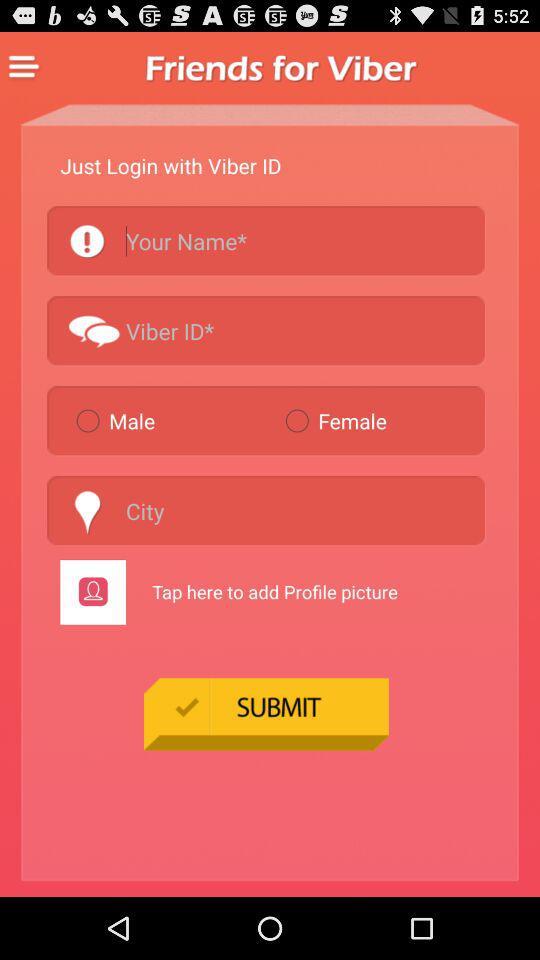 The height and width of the screenshot is (960, 540). I want to click on menu, so click(23, 67).